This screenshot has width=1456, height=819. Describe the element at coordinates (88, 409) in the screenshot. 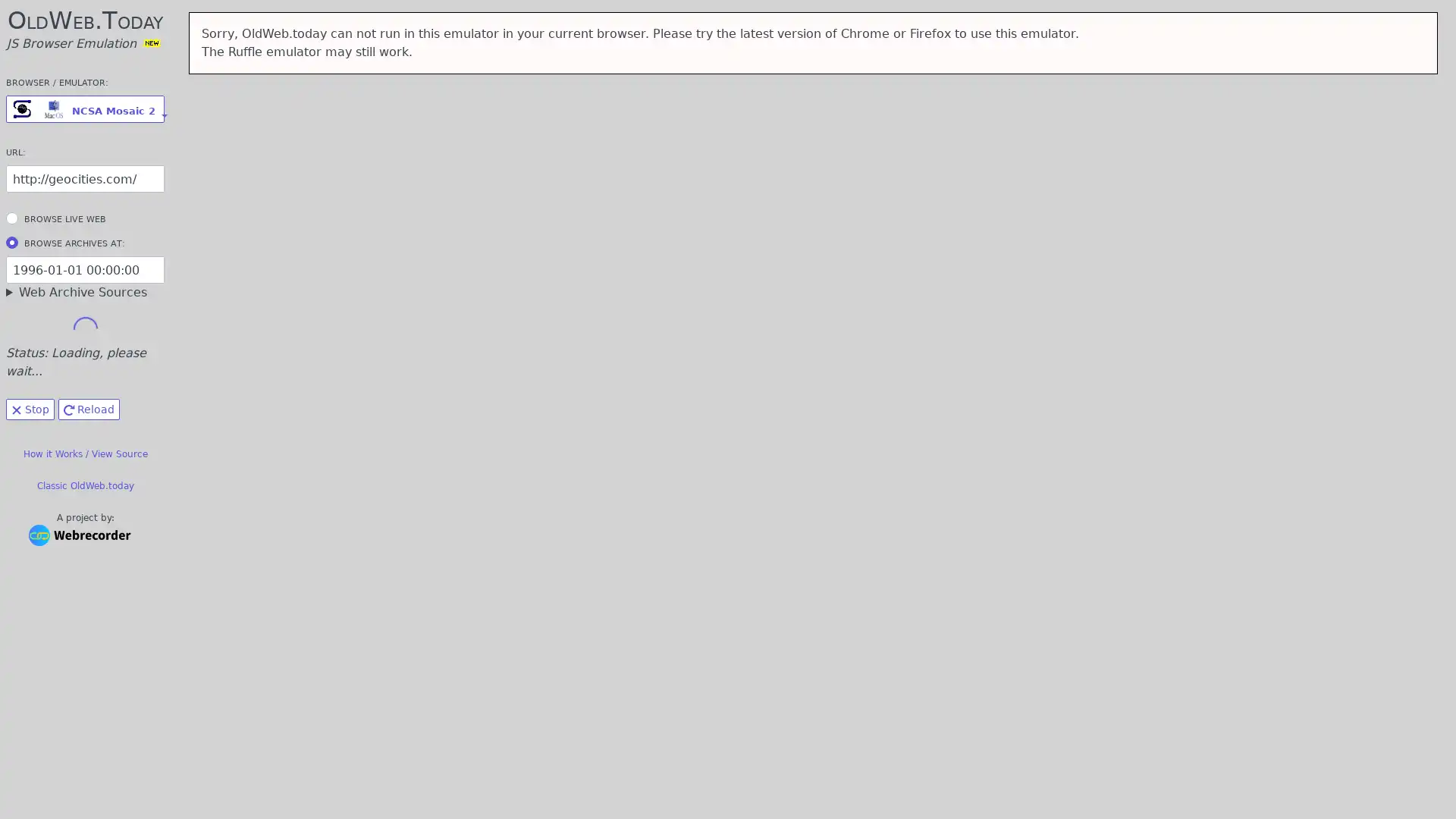

I see `Reload` at that location.